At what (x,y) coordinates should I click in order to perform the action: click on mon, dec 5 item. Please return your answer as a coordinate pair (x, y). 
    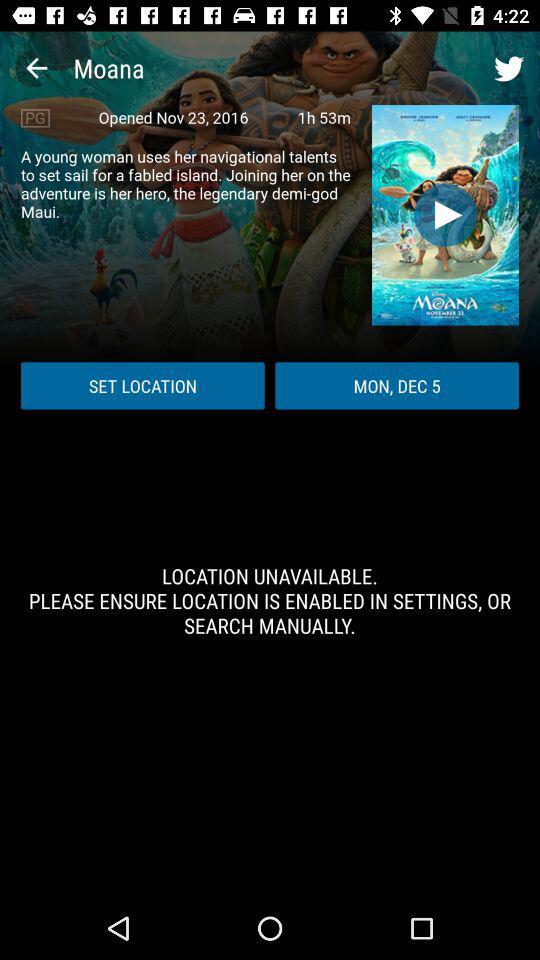
    Looking at the image, I should click on (397, 384).